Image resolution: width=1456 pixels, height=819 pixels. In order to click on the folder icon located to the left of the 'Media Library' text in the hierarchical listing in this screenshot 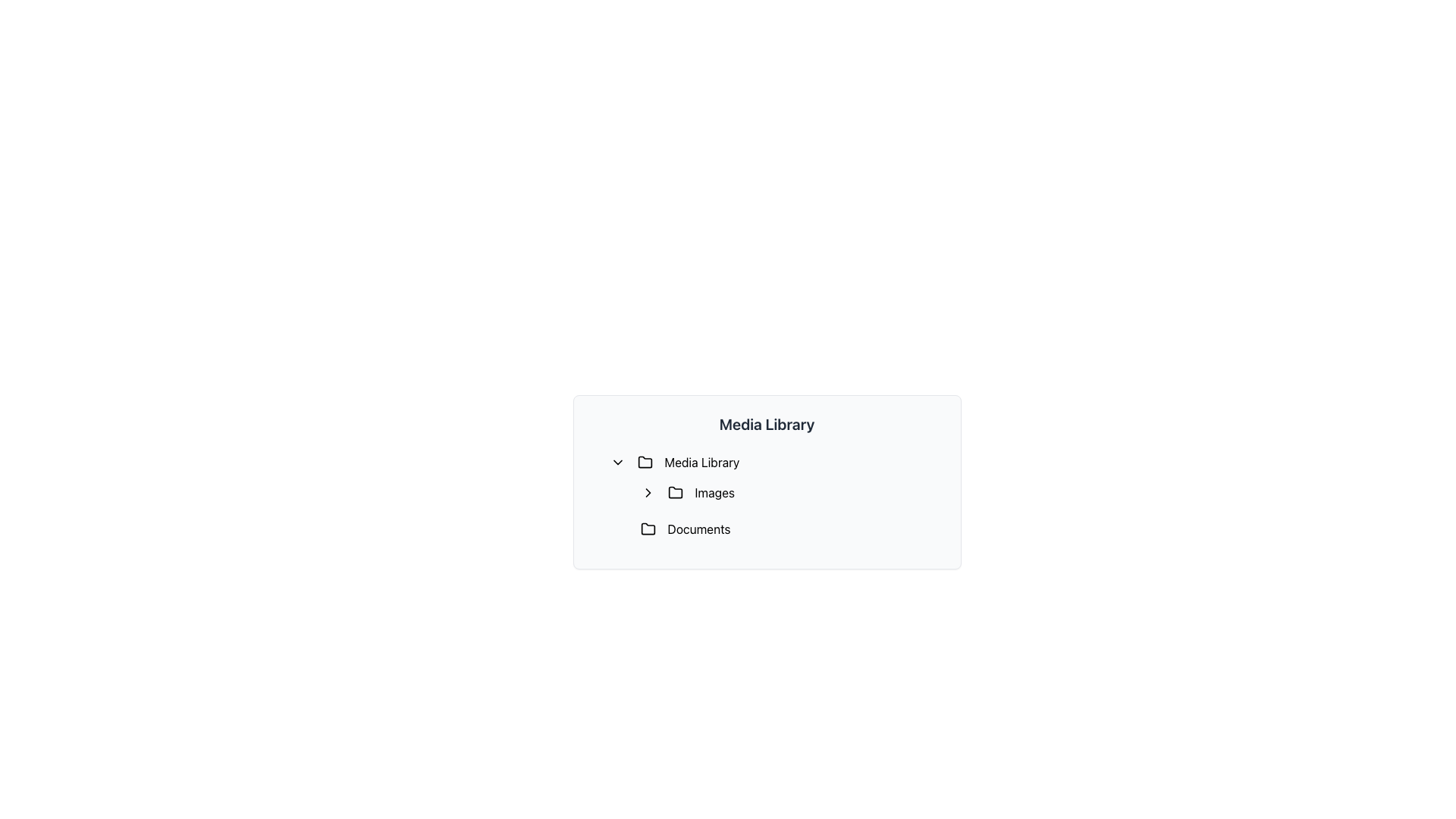, I will do `click(645, 461)`.